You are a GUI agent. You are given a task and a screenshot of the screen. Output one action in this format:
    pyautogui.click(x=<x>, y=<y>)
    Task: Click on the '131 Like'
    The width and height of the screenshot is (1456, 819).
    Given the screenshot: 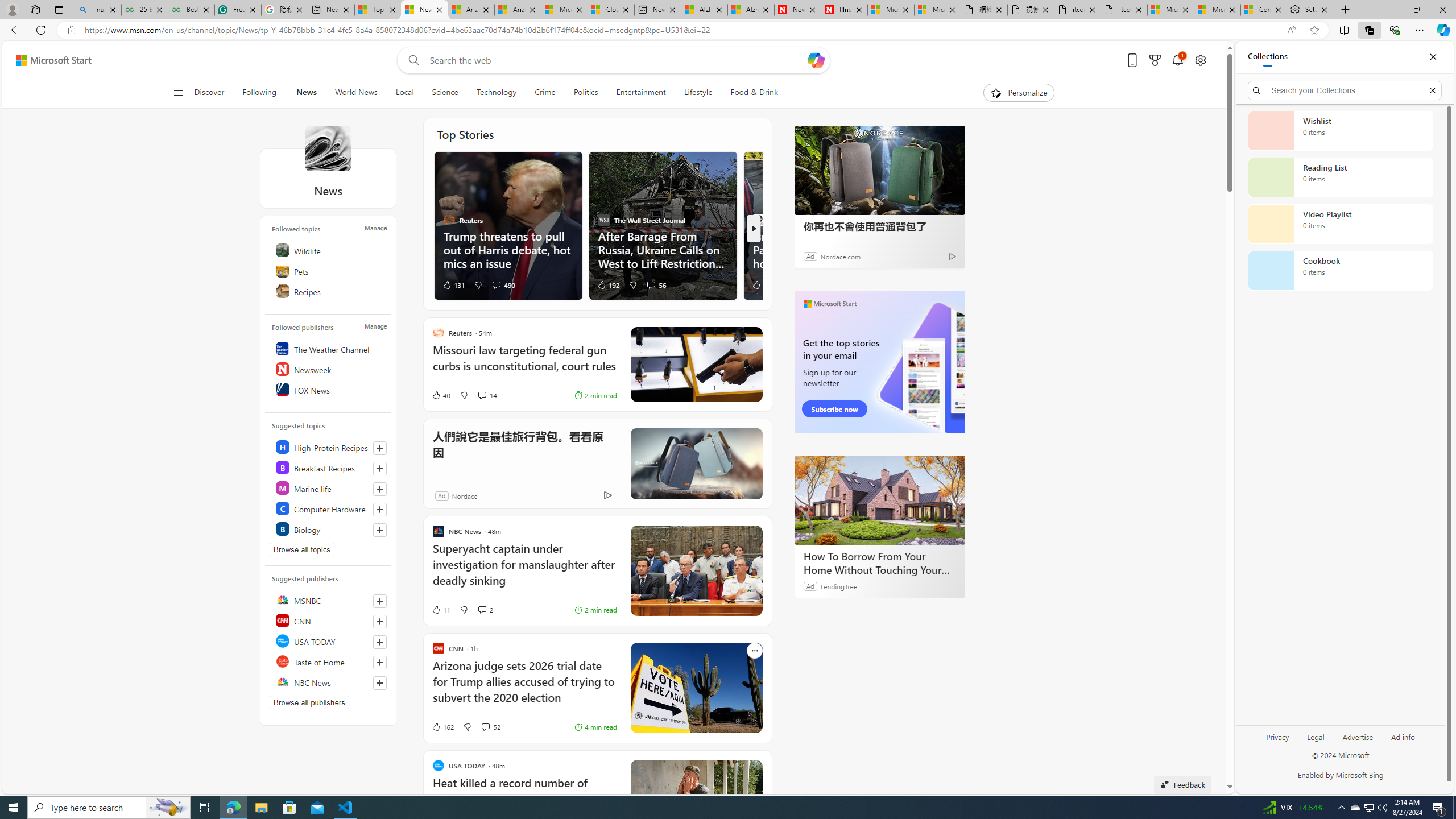 What is the action you would take?
    pyautogui.click(x=452, y=284)
    